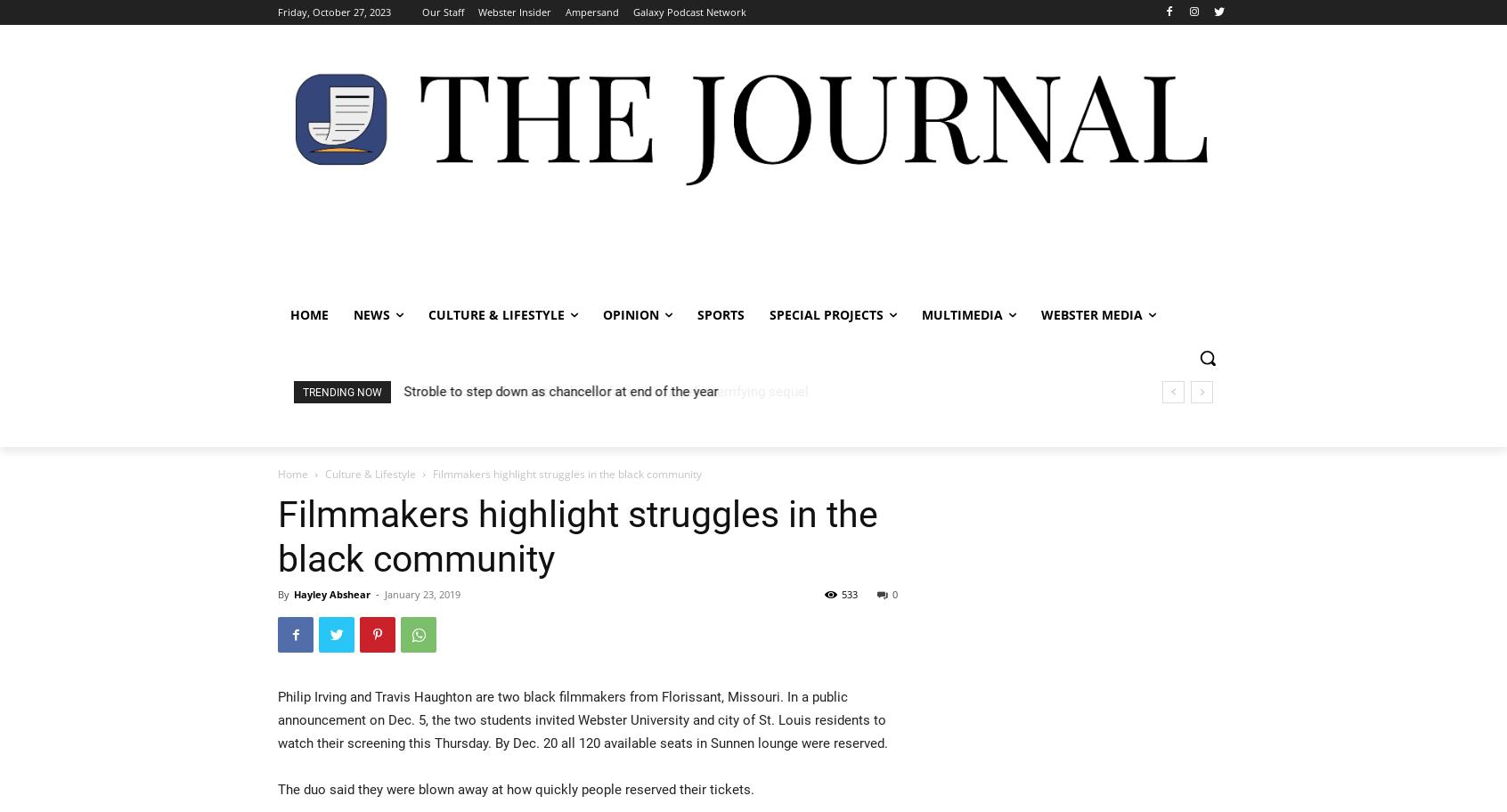 The image size is (1507, 812). I want to click on 'Sports', so click(721, 313).